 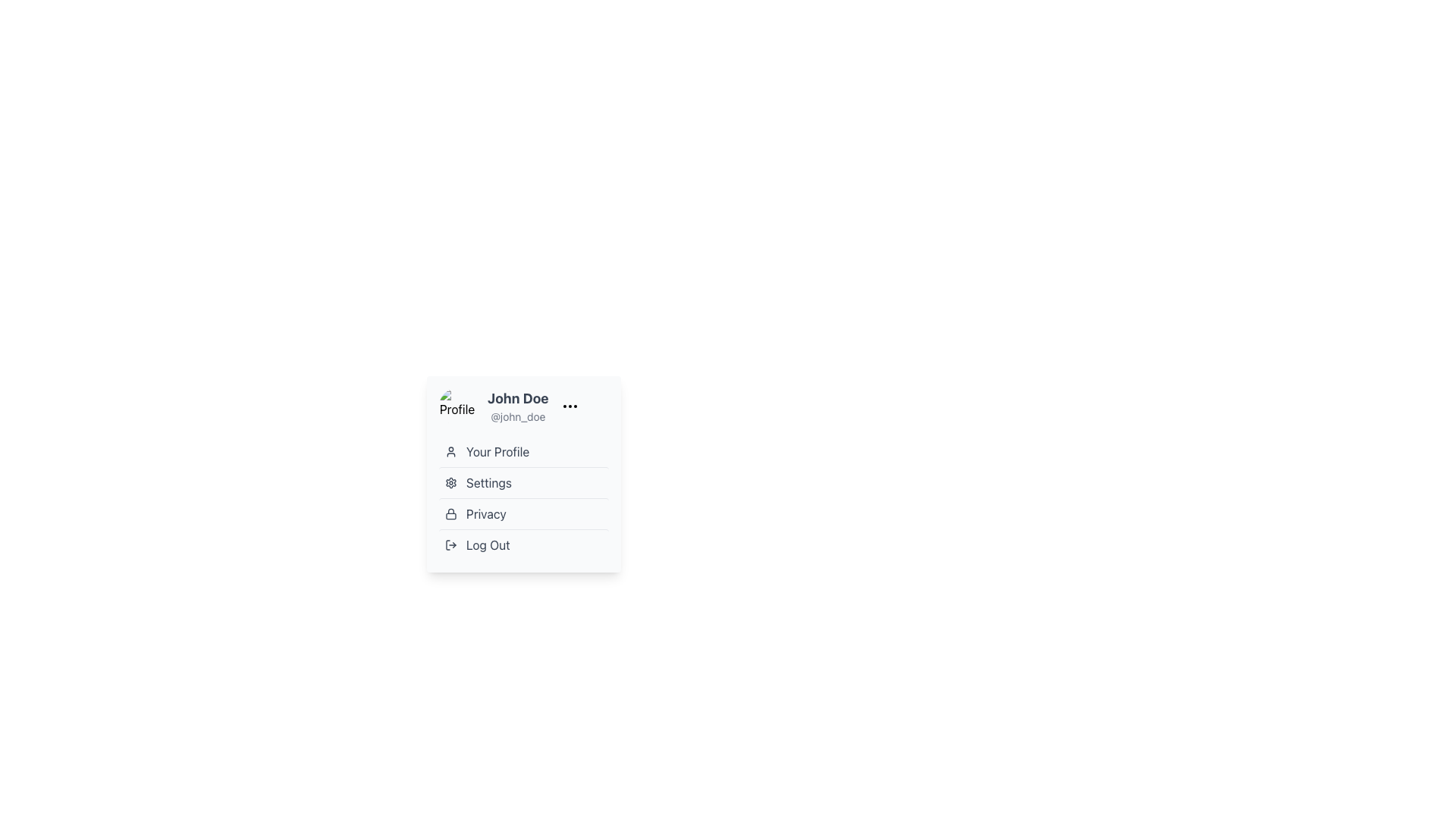 I want to click on the 'Log Out' text in the dropdown menu, so click(x=488, y=544).